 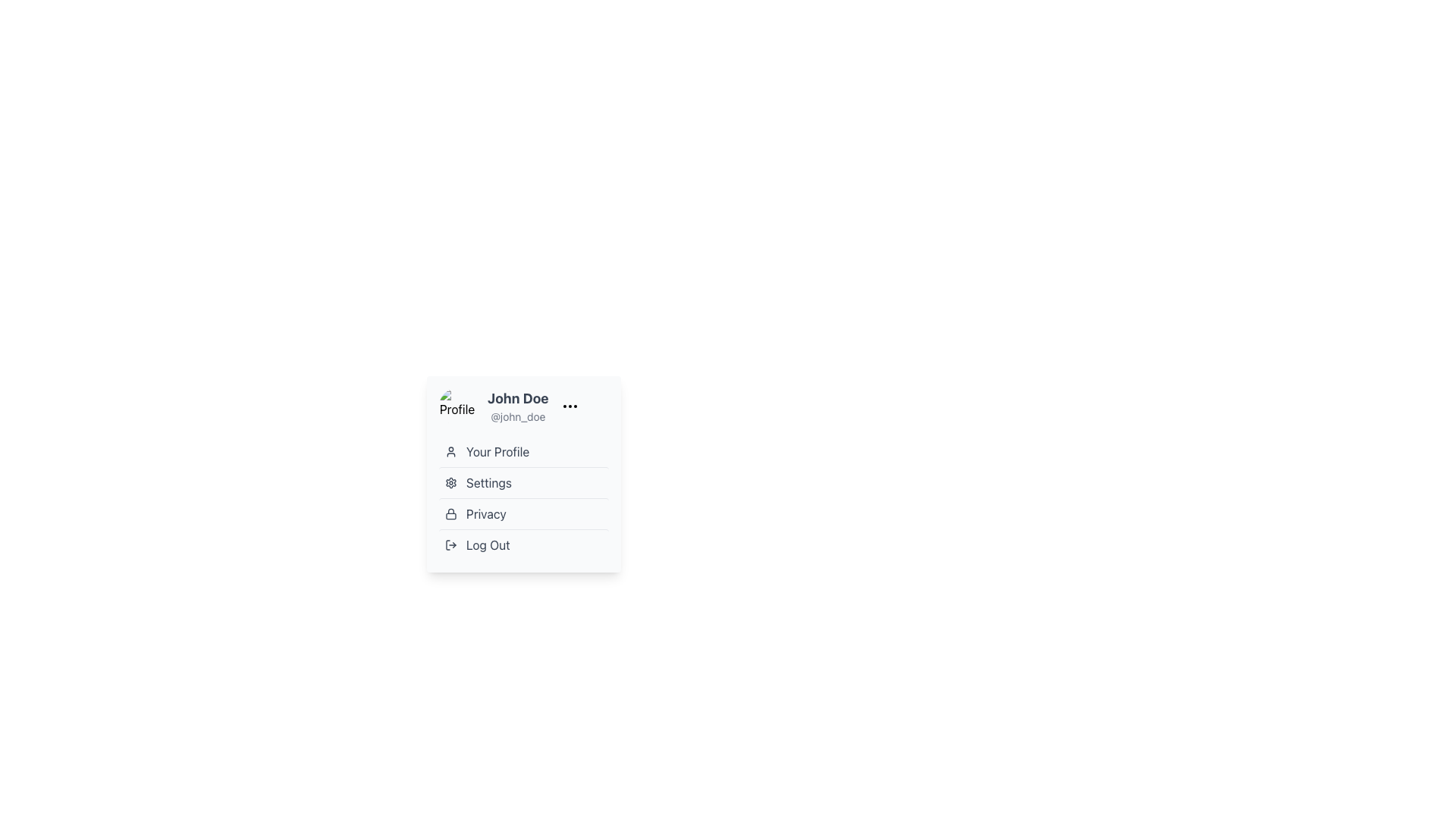 I want to click on the 'Log Out' text in the dropdown menu, so click(x=488, y=544).